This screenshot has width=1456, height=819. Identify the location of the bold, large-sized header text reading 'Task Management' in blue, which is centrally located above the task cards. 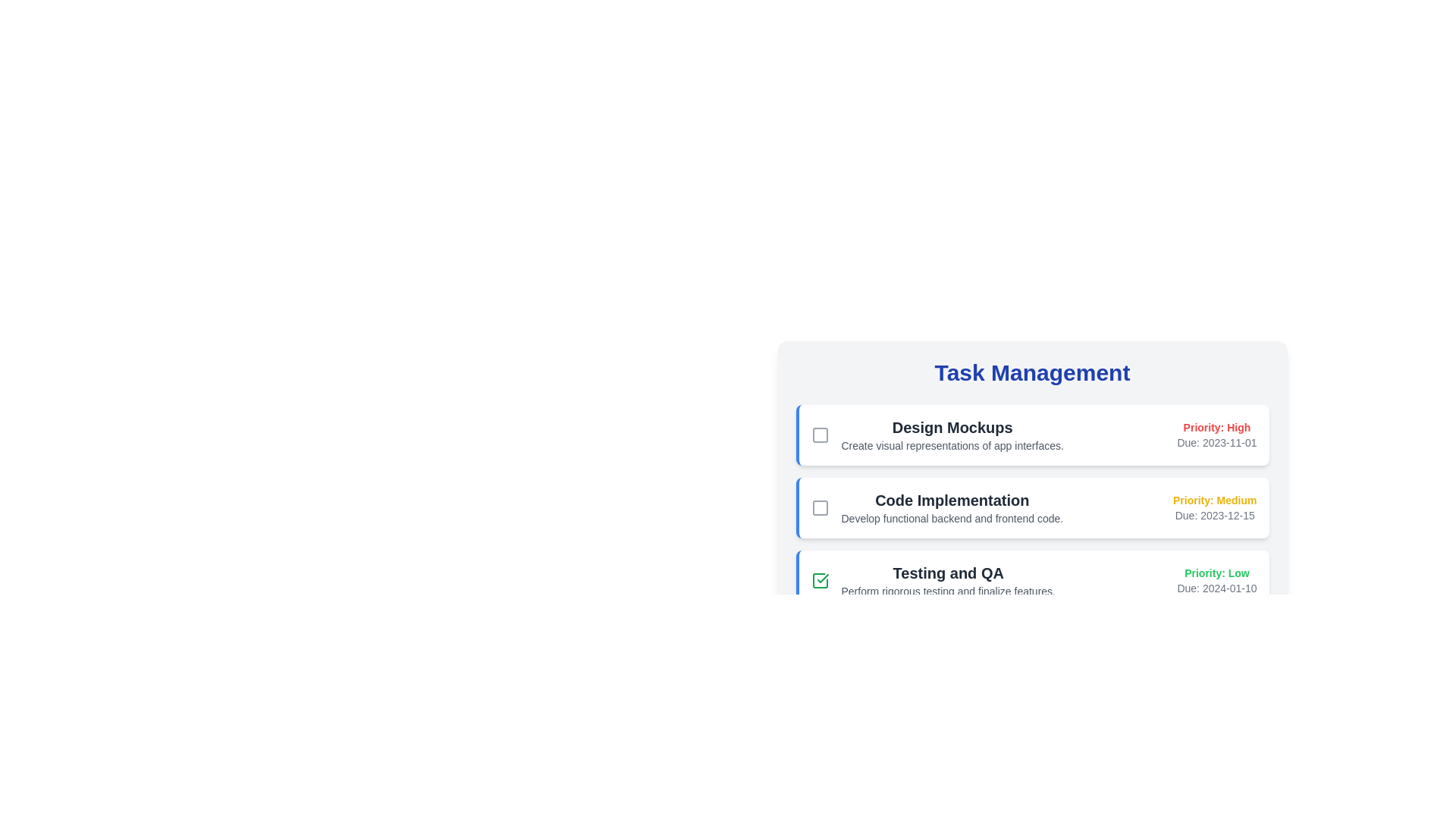
(1031, 373).